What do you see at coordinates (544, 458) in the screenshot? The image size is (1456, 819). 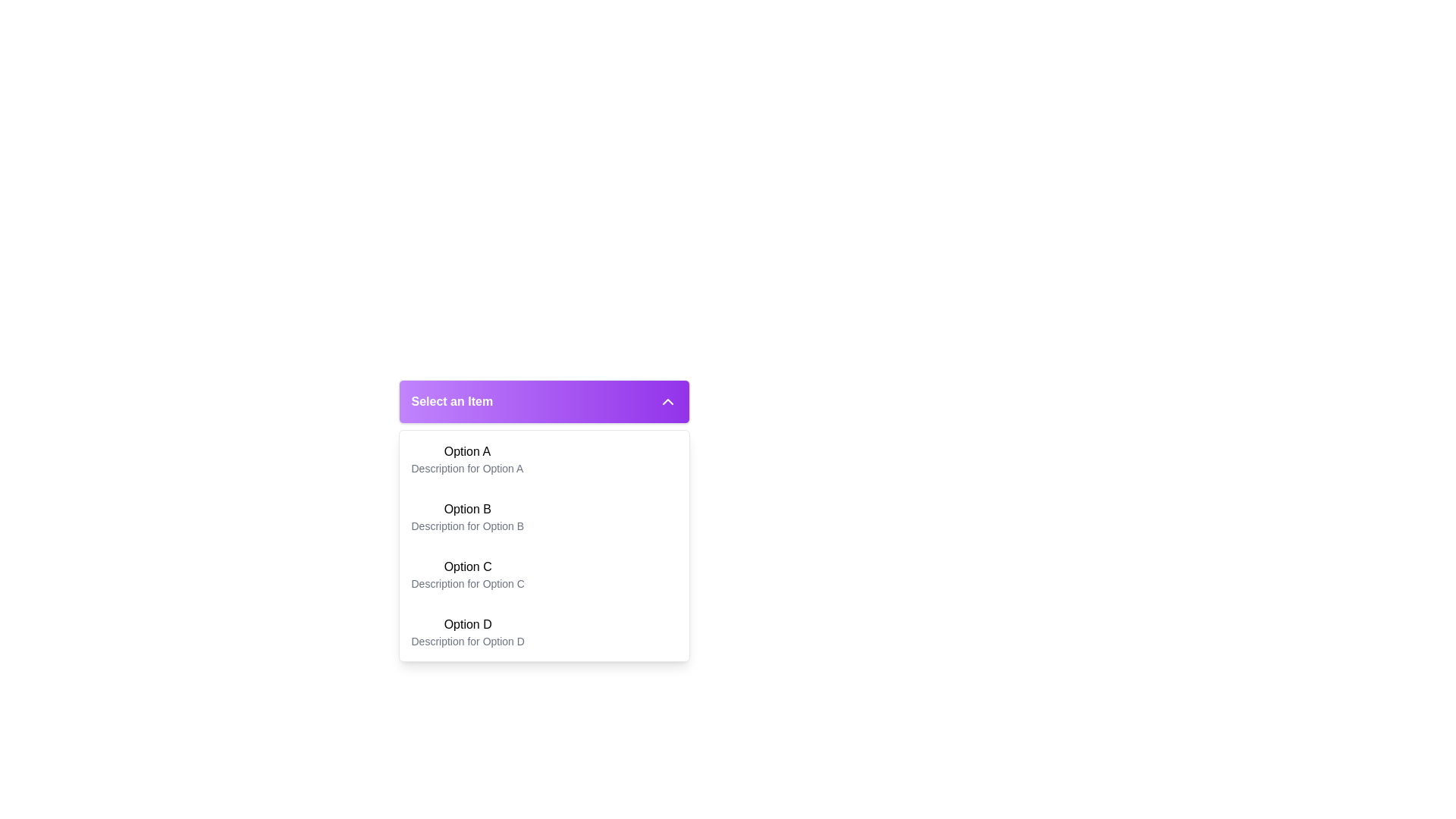 I see `the first item in the dropdown menu` at bounding box center [544, 458].